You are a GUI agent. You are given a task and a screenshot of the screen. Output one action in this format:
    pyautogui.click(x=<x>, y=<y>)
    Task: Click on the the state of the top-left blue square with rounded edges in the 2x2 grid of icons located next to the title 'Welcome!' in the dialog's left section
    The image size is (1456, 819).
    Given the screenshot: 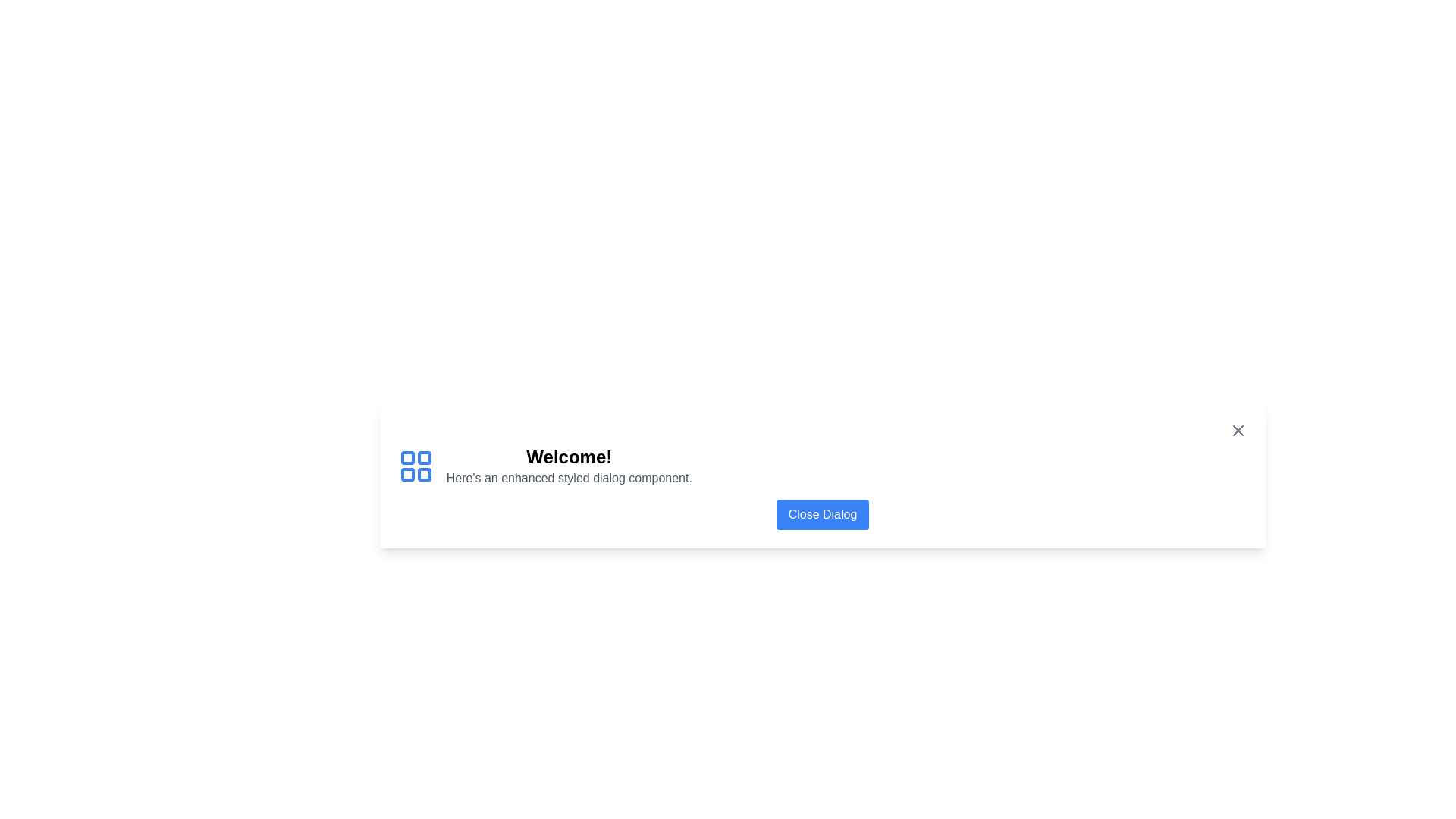 What is the action you would take?
    pyautogui.click(x=407, y=457)
    